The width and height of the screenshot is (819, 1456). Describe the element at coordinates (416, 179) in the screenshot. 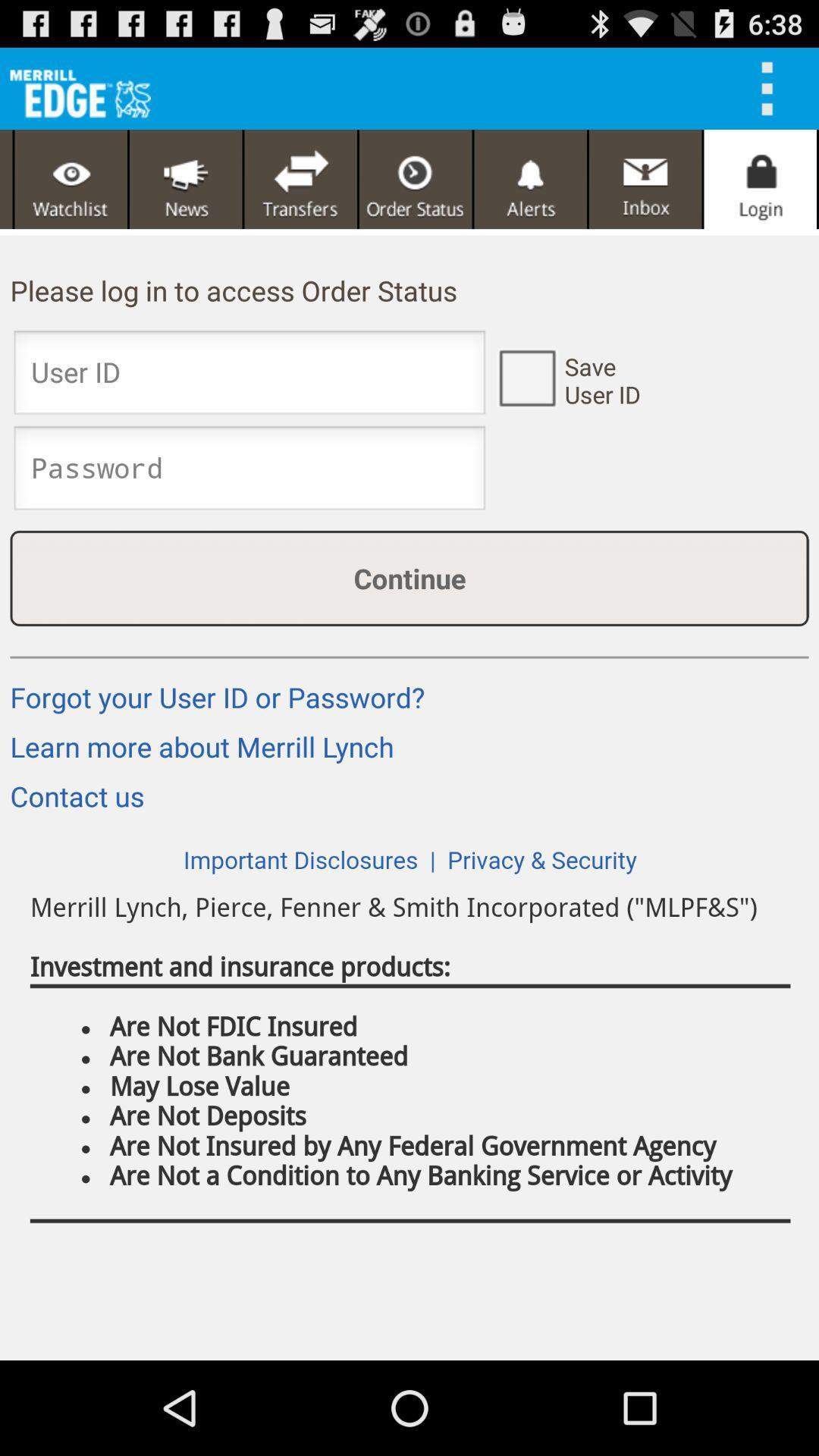

I see `order status` at that location.